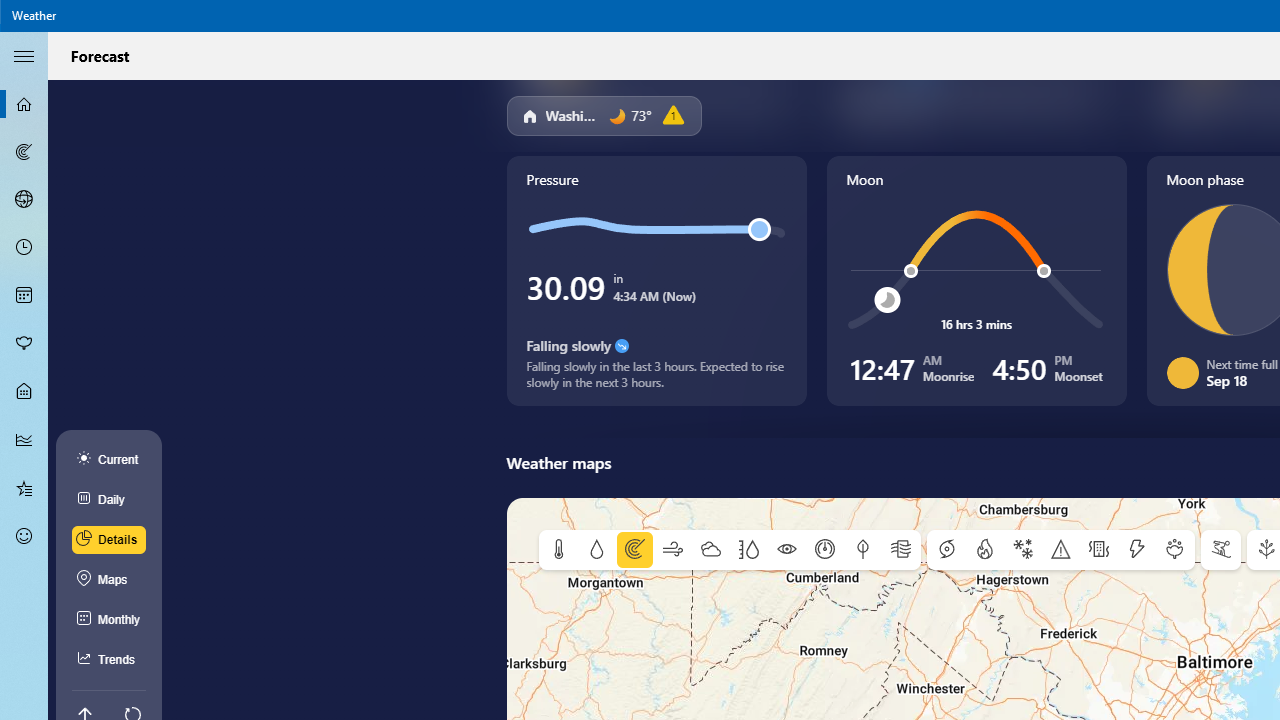 The image size is (1280, 720). I want to click on 'Monthly Forecast - Not Selected', so click(24, 295).